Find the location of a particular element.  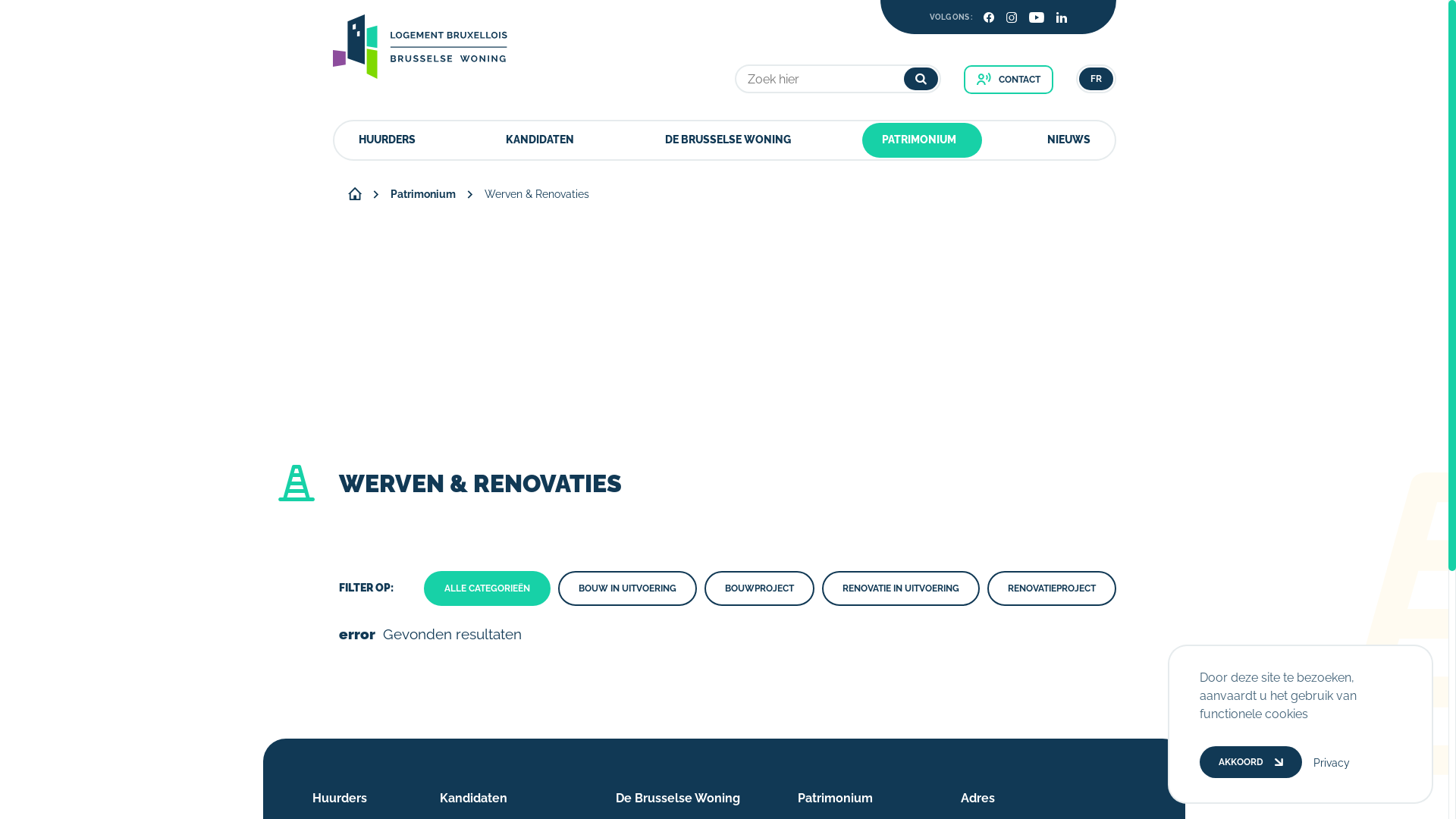

'NIEUWS' is located at coordinates (1067, 140).